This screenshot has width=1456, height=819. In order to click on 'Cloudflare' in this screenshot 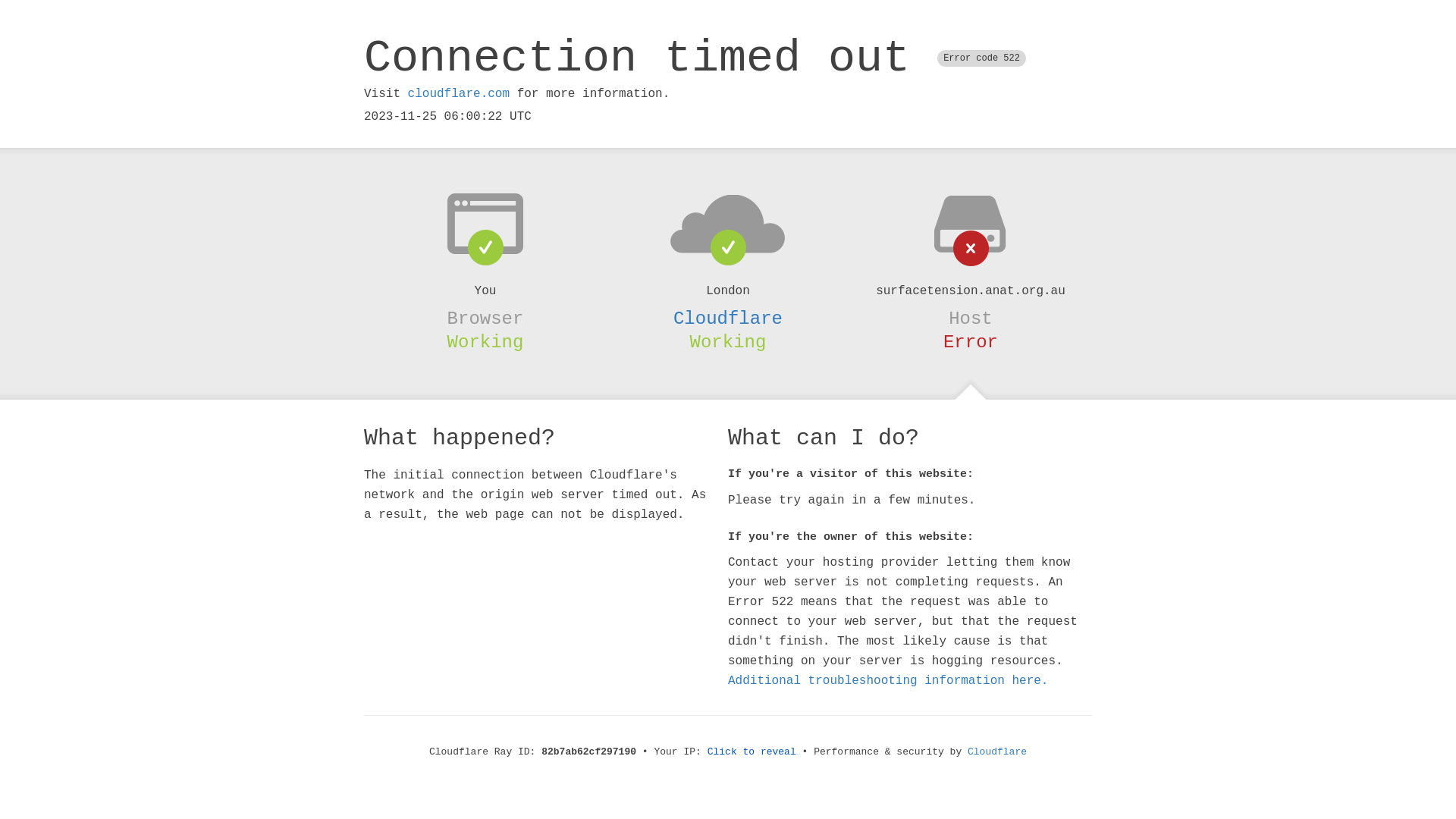, I will do `click(728, 318)`.